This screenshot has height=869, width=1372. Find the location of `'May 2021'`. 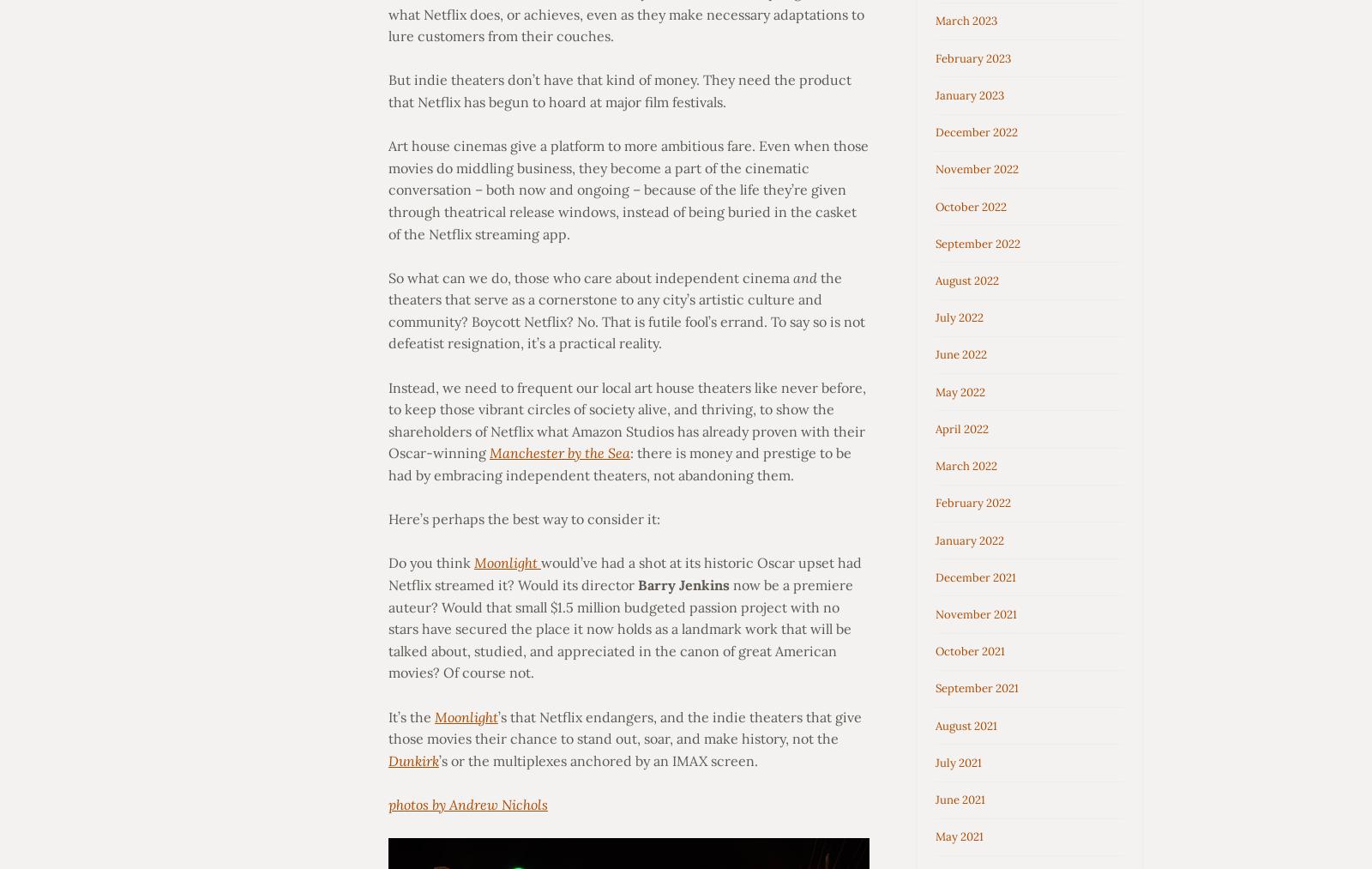

'May 2021' is located at coordinates (960, 836).